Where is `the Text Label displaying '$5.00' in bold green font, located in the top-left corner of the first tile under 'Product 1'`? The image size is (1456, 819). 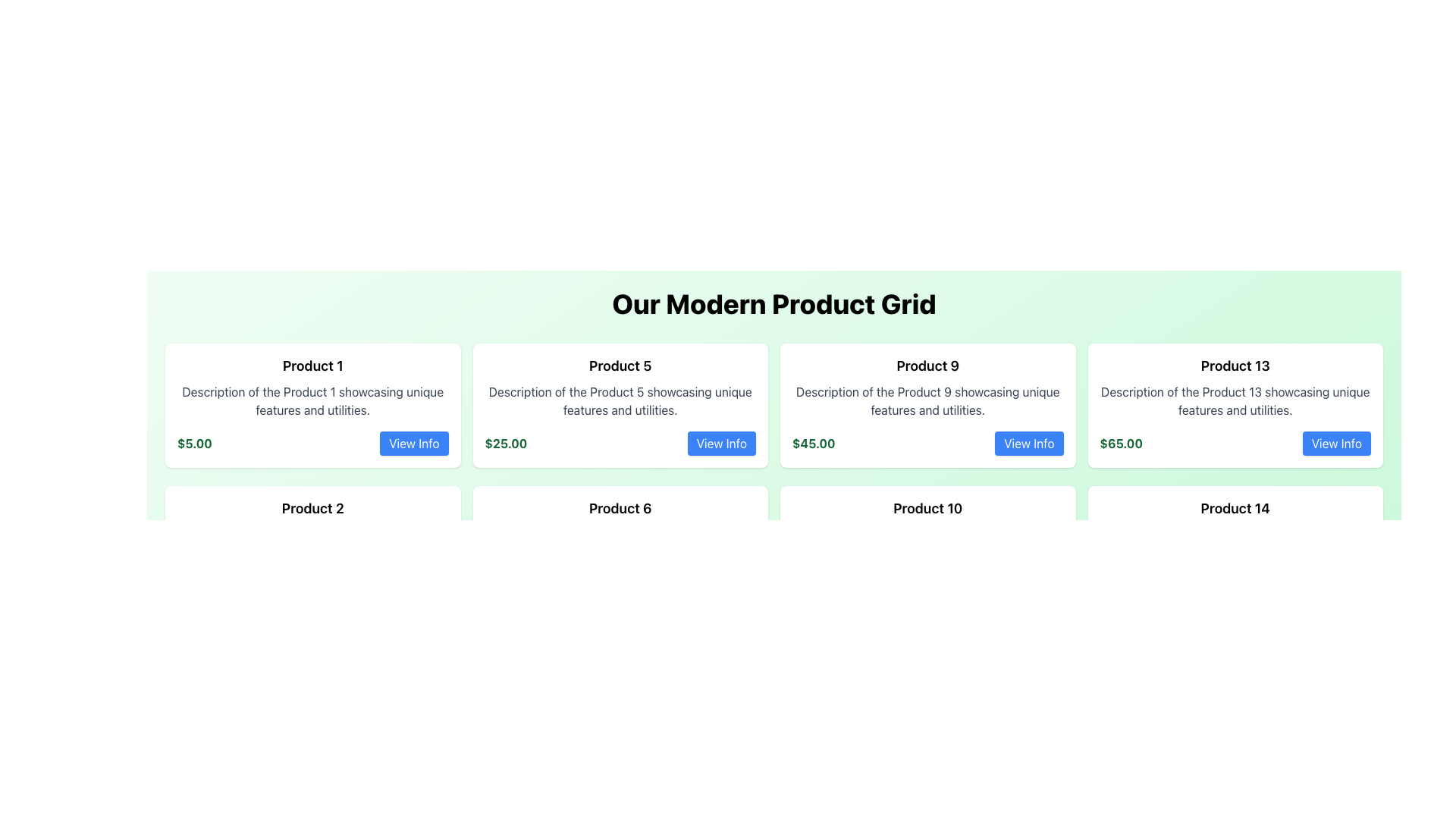 the Text Label displaying '$5.00' in bold green font, located in the top-left corner of the first tile under 'Product 1' is located at coordinates (193, 444).